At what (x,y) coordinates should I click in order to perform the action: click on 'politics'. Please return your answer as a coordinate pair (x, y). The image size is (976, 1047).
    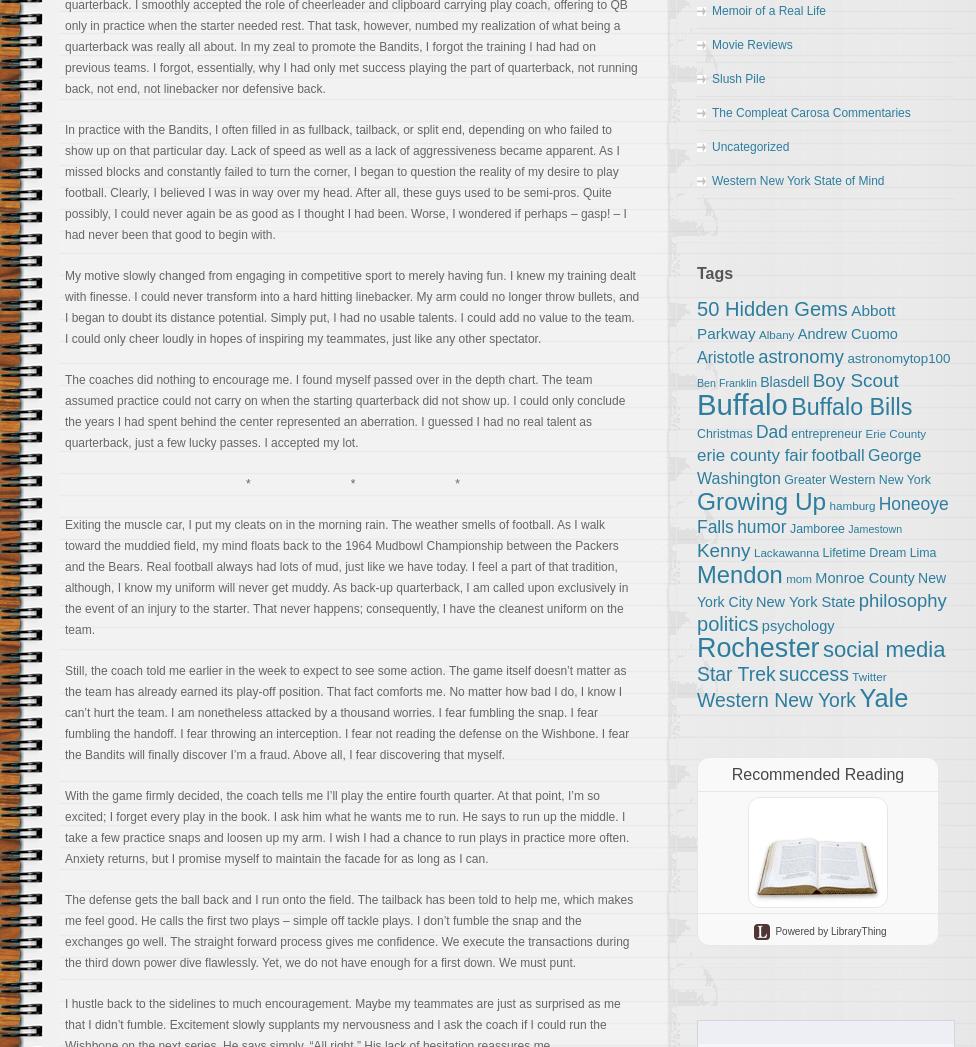
    Looking at the image, I should click on (695, 624).